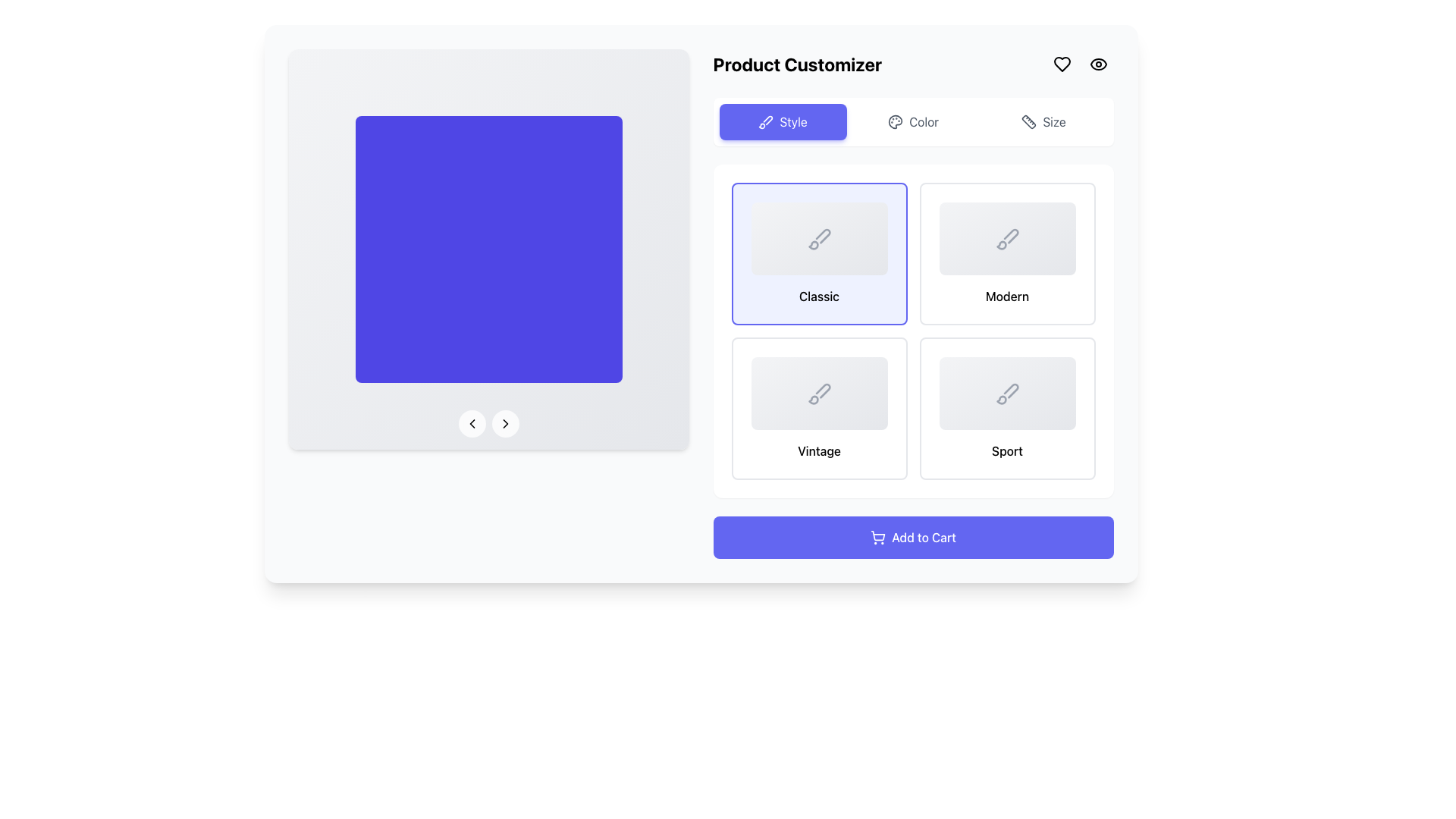 This screenshot has height=819, width=1456. Describe the element at coordinates (912, 121) in the screenshot. I see `the 'Color' button, which is a horizontally oriented button featuring a palette icon and changes background color to light gray on hover, located at the center of the three buttons labeled 'Style', 'Color', and 'Size'` at that location.